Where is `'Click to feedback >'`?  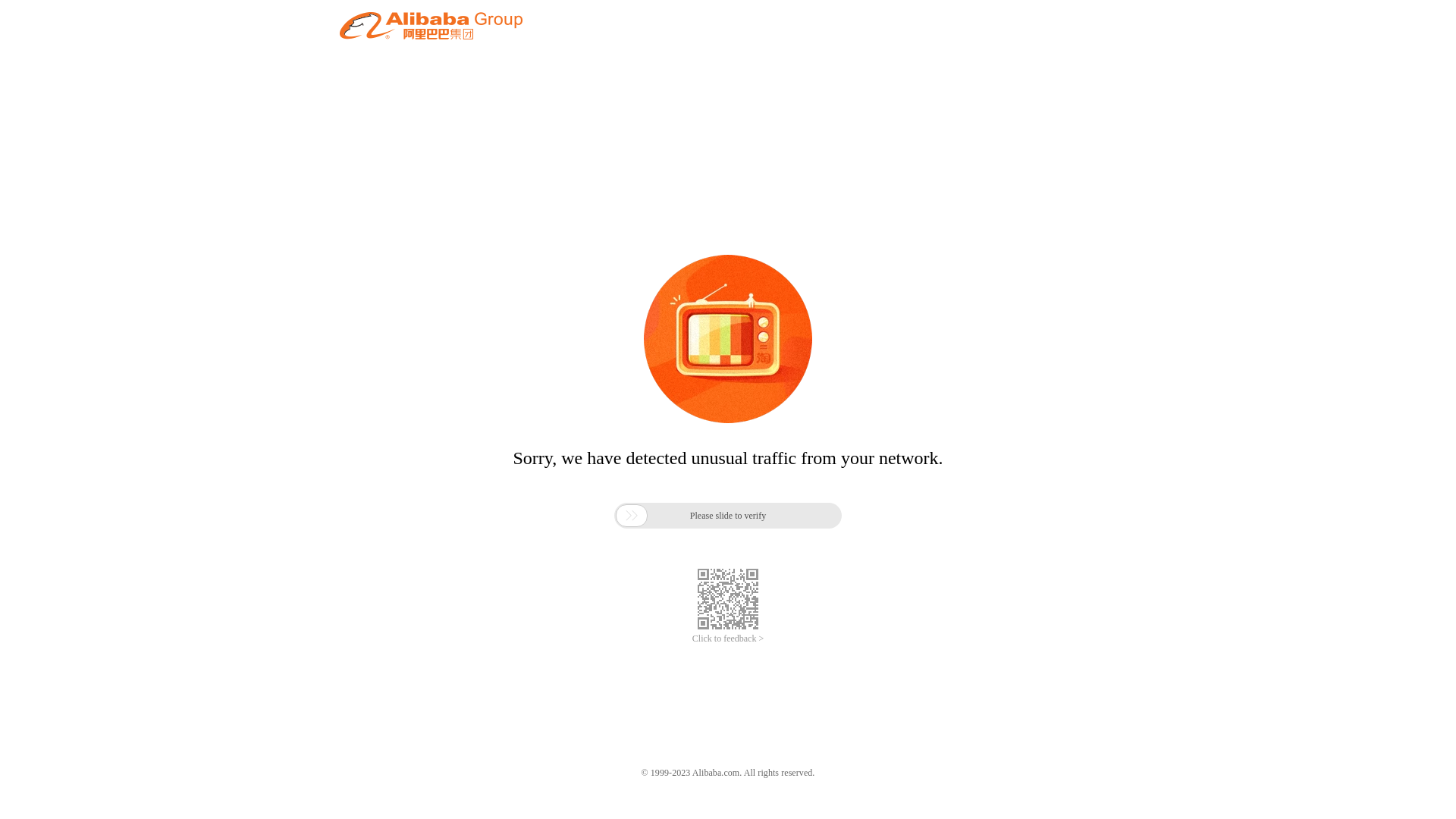
'Click to feedback >' is located at coordinates (728, 639).